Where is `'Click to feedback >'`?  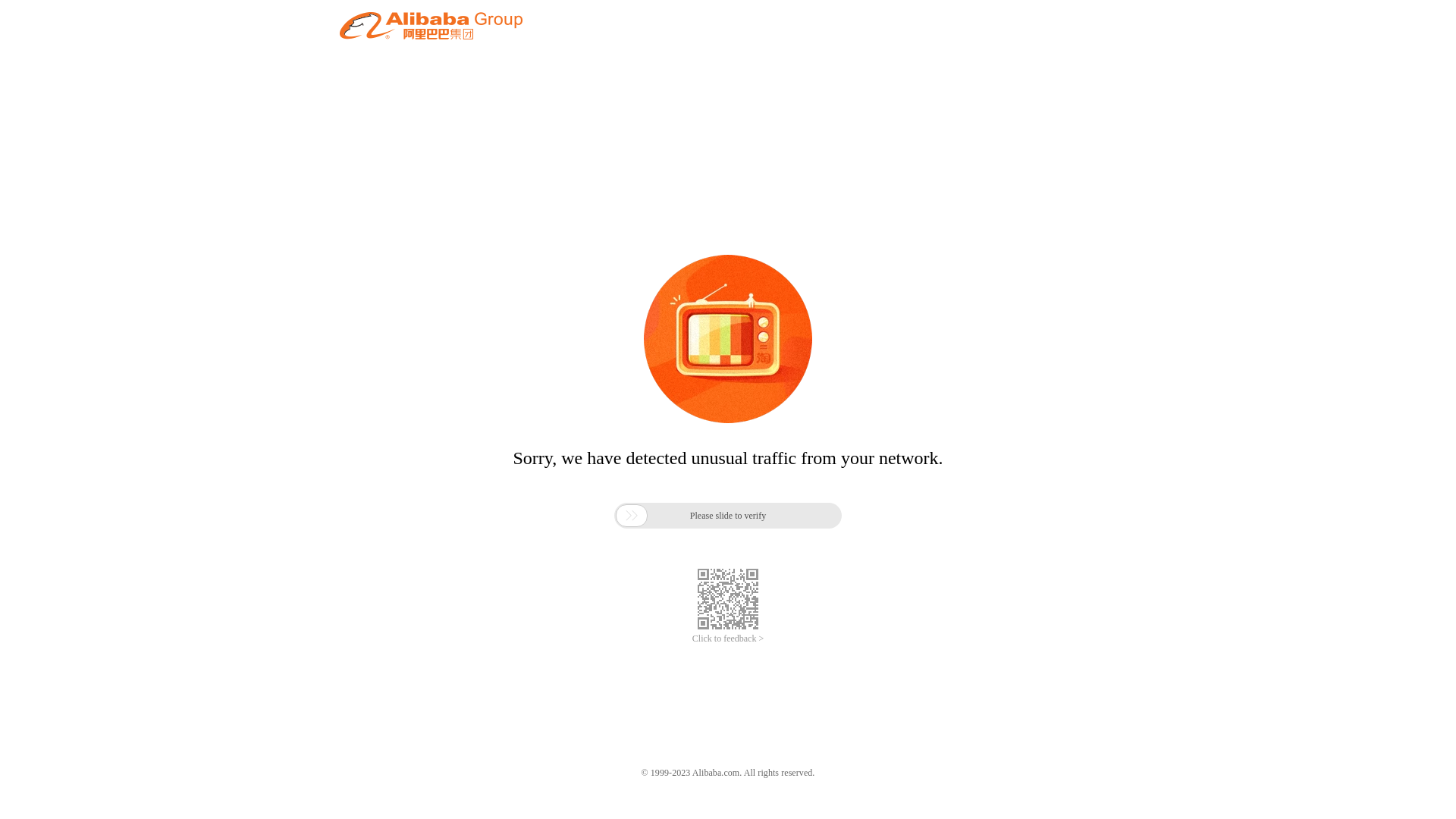
'Click to feedback >' is located at coordinates (728, 639).